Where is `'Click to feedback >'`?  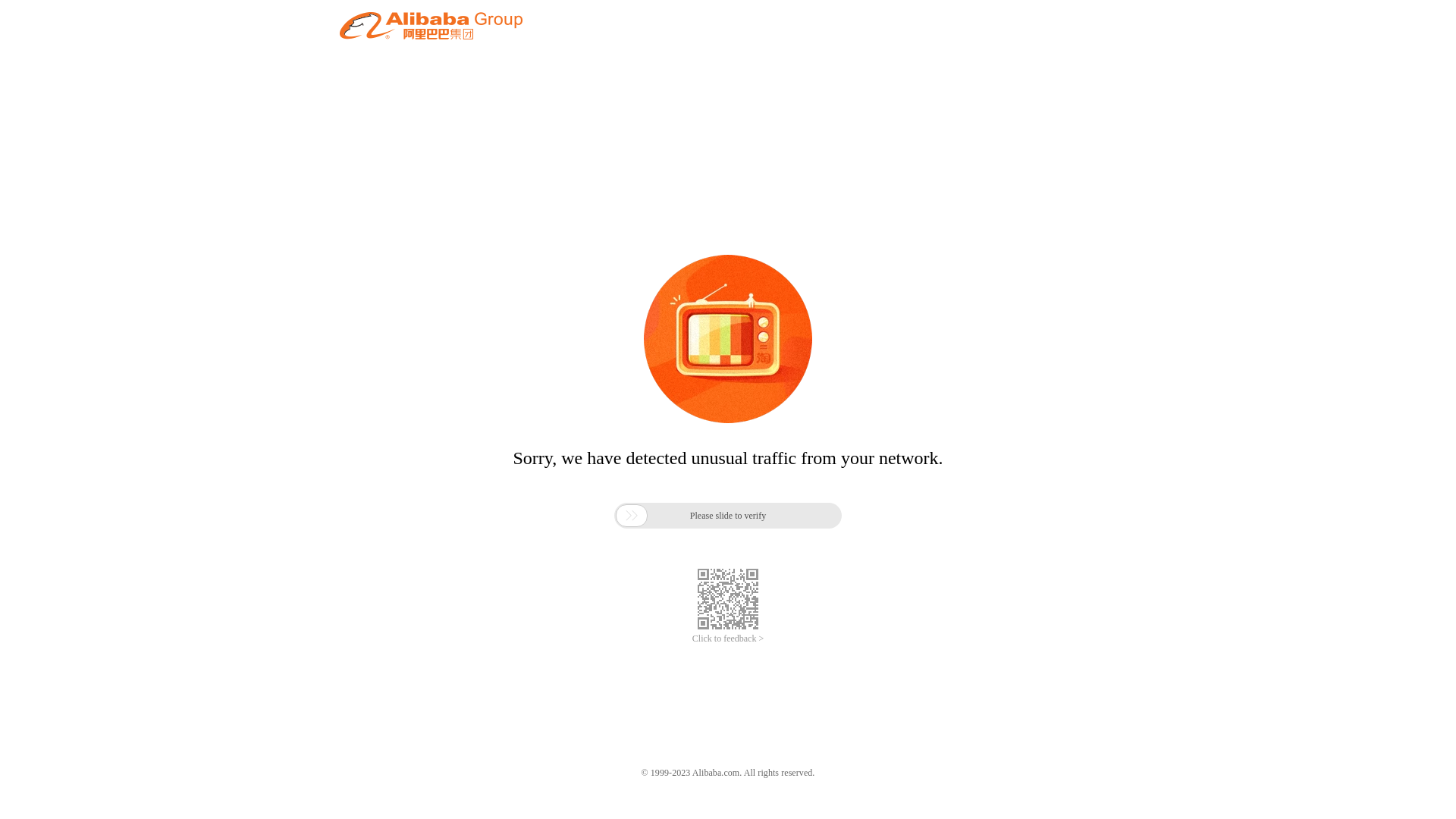
'Click to feedback >' is located at coordinates (728, 639).